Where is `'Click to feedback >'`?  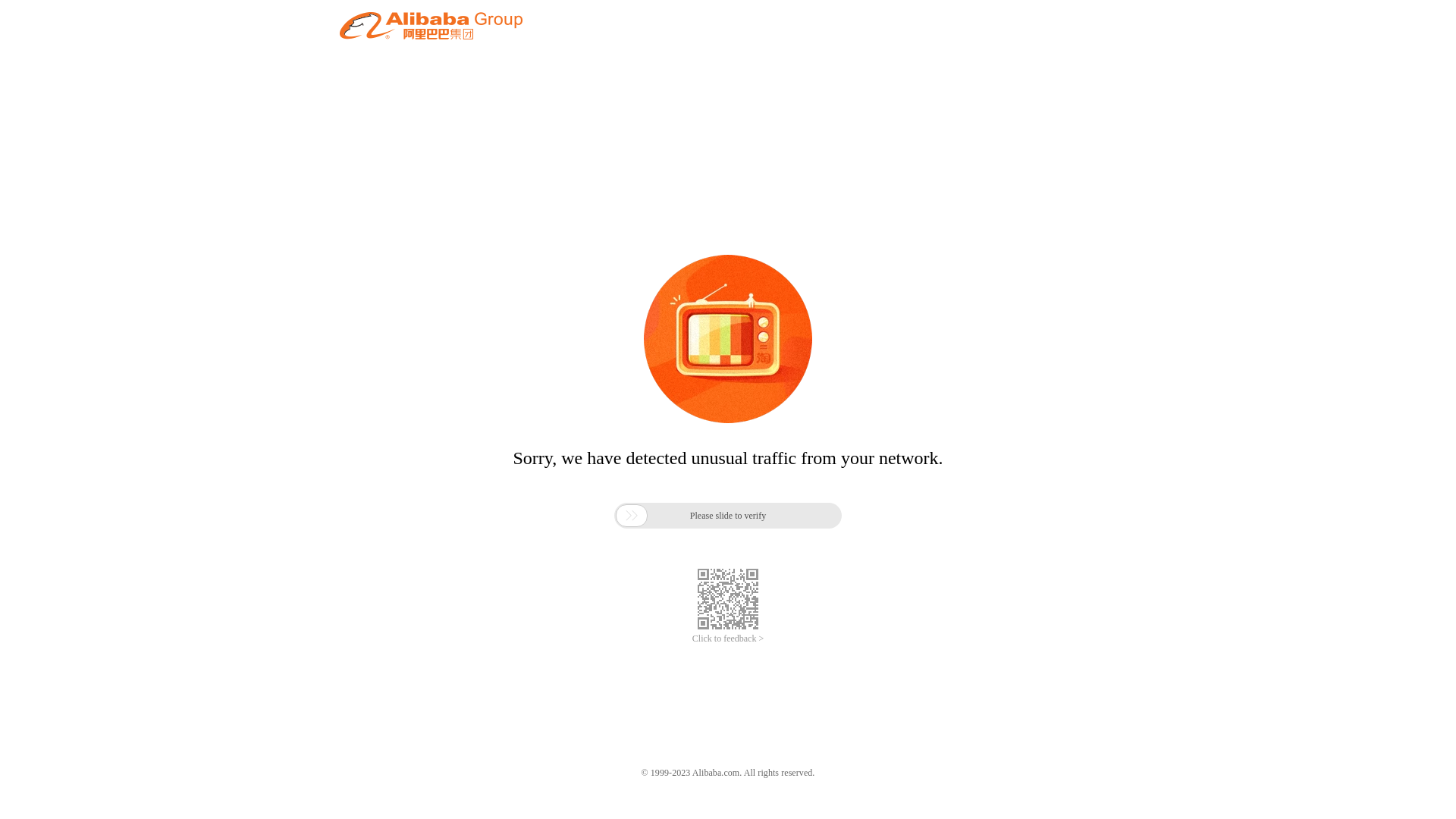
'Click to feedback >' is located at coordinates (728, 639).